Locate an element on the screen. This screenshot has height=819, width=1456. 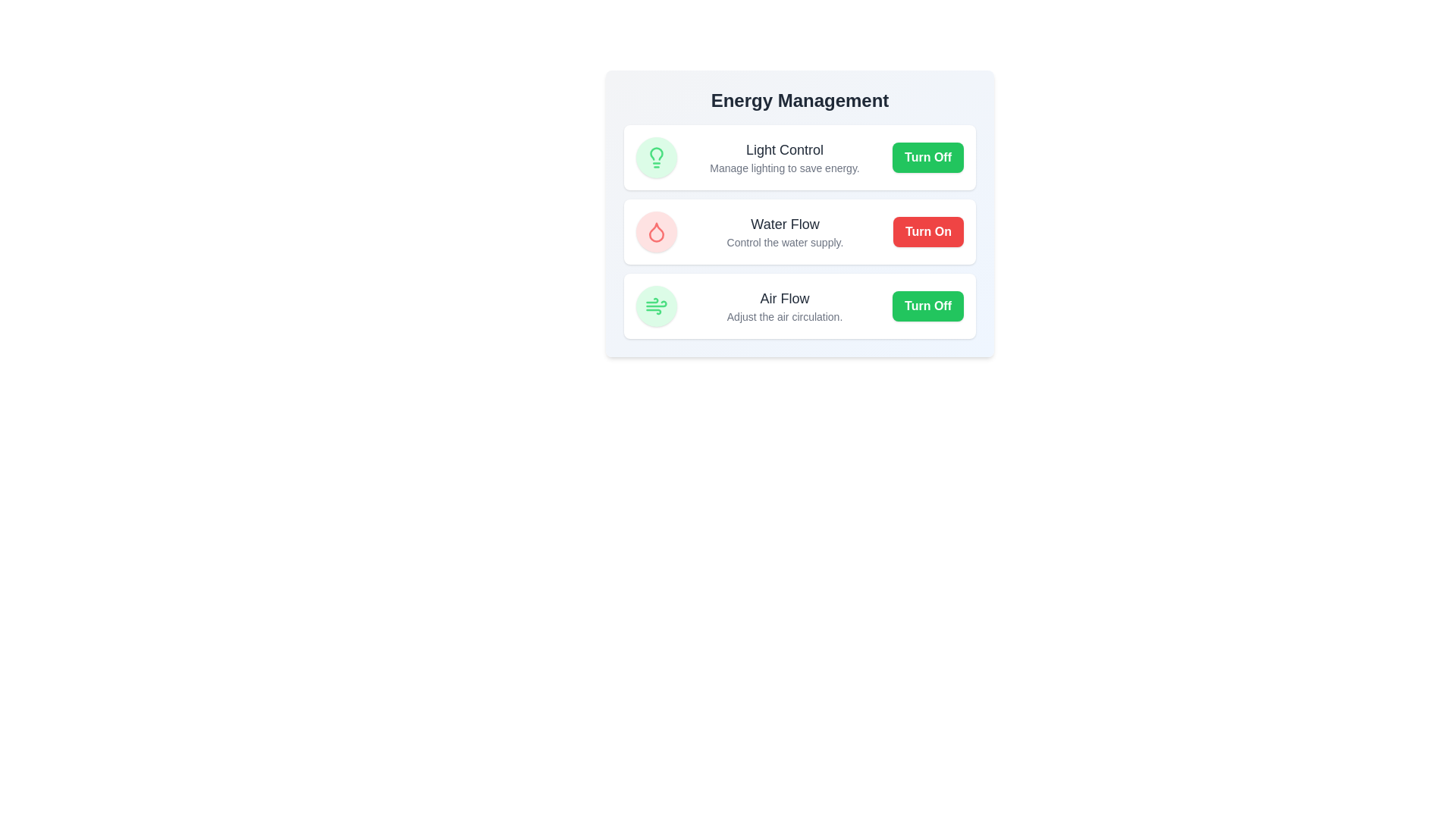
the text label that reads 'Manage lighting to save energy.' which is styled with a small font size and gray color, located below the 'Light Control' section is located at coordinates (785, 168).